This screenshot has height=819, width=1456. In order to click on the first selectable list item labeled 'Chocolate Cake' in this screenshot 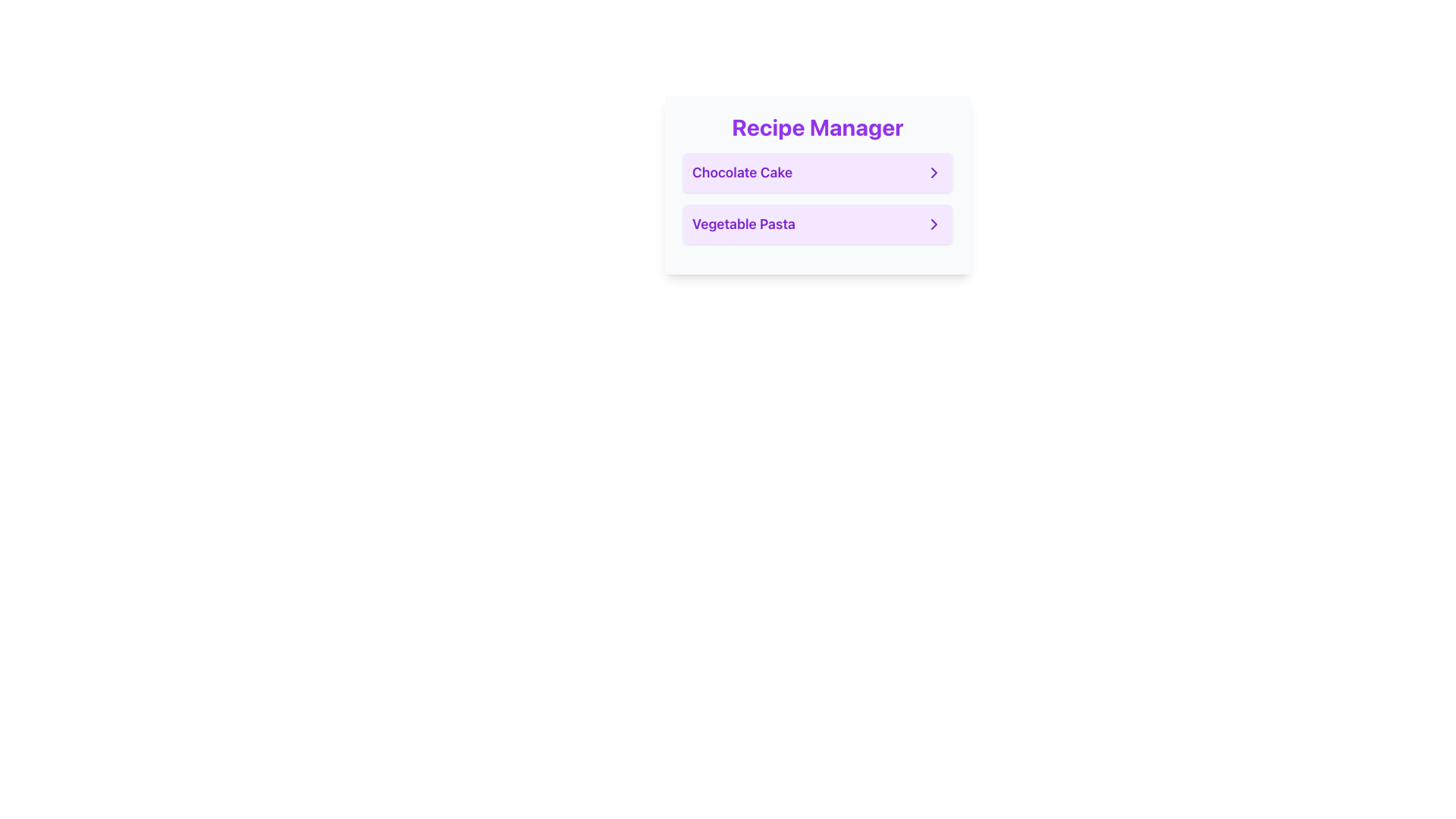, I will do `click(817, 184)`.